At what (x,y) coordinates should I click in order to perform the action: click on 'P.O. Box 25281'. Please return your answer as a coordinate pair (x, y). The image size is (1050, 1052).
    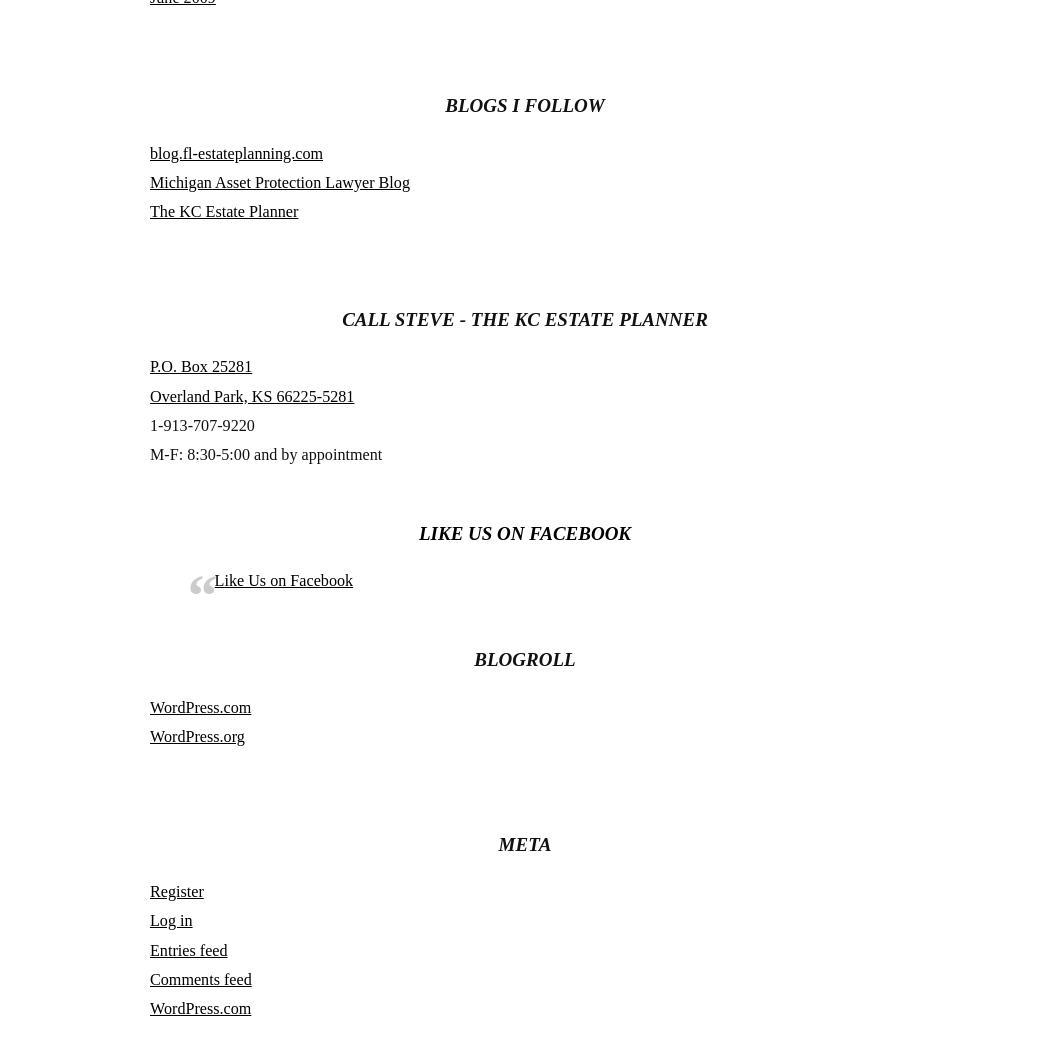
    Looking at the image, I should click on (150, 366).